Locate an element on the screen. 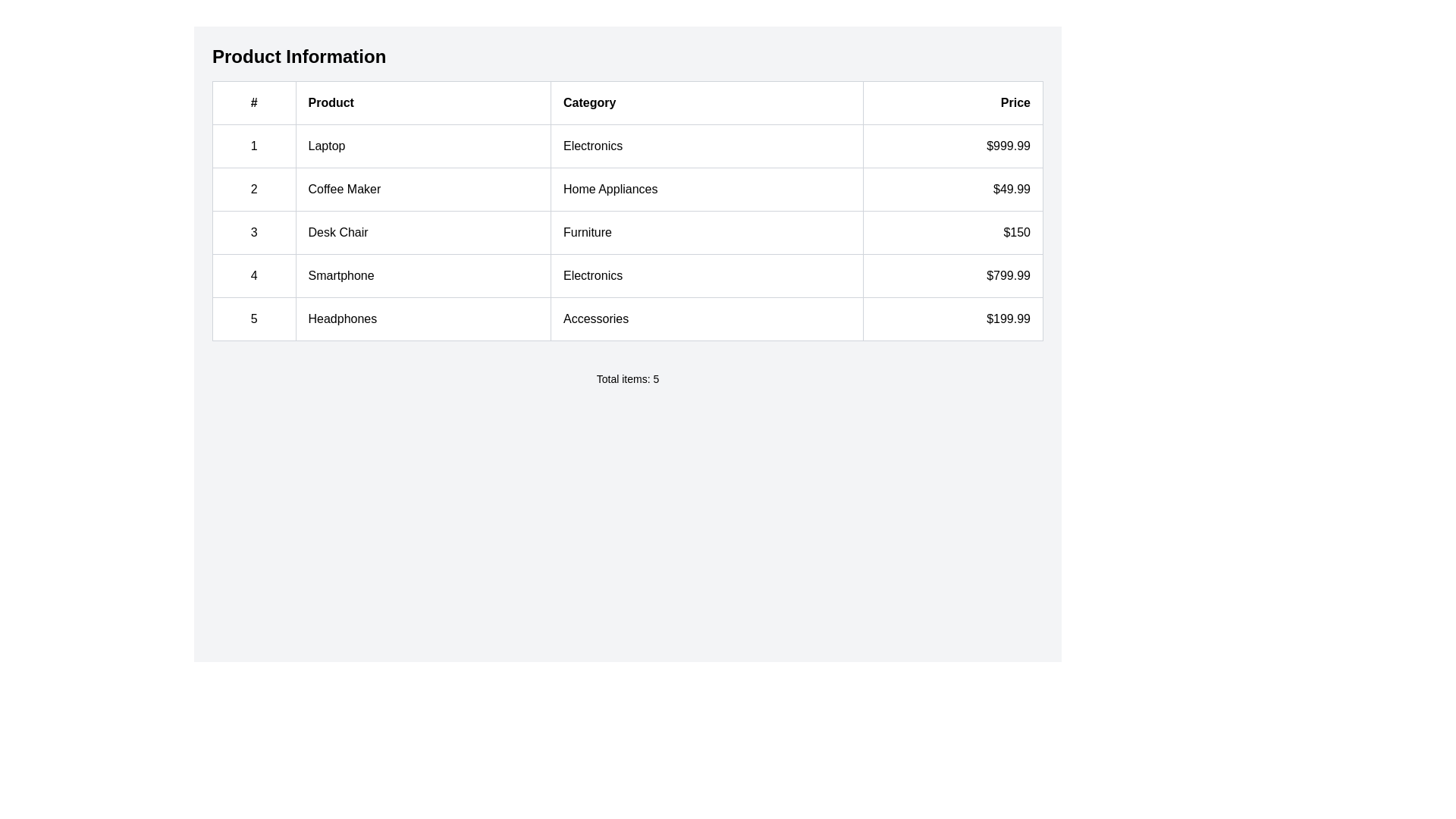 This screenshot has height=819, width=1456. the first row of the data table displaying product information for 'Laptop', which includes columns for '1', 'Laptop', 'Electronics', and '$999.99' is located at coordinates (628, 146).